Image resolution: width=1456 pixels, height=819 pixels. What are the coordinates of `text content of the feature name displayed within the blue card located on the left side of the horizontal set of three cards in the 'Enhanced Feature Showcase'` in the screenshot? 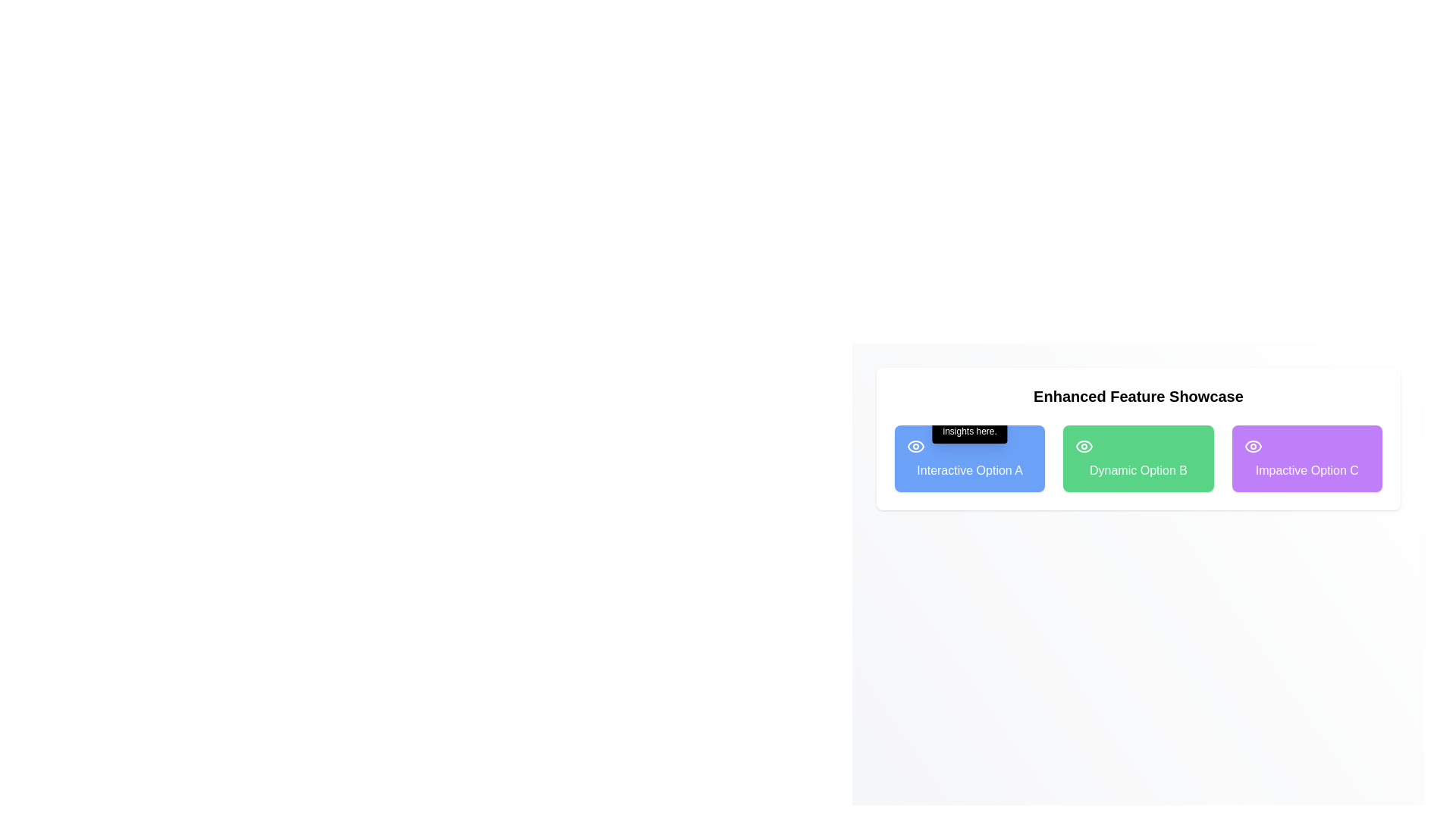 It's located at (969, 469).